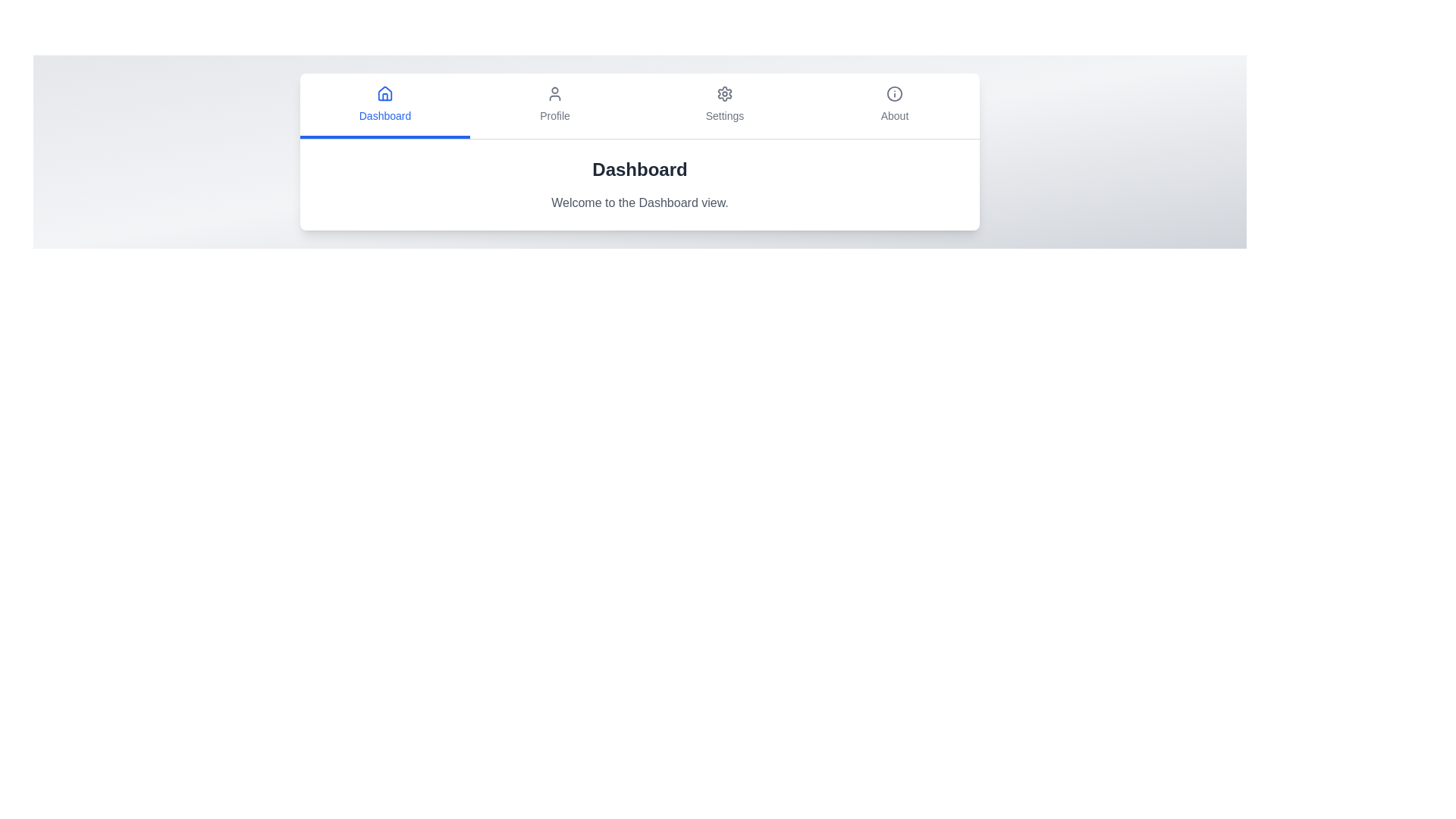  I want to click on the tab labeled Profile to view its content, so click(554, 105).